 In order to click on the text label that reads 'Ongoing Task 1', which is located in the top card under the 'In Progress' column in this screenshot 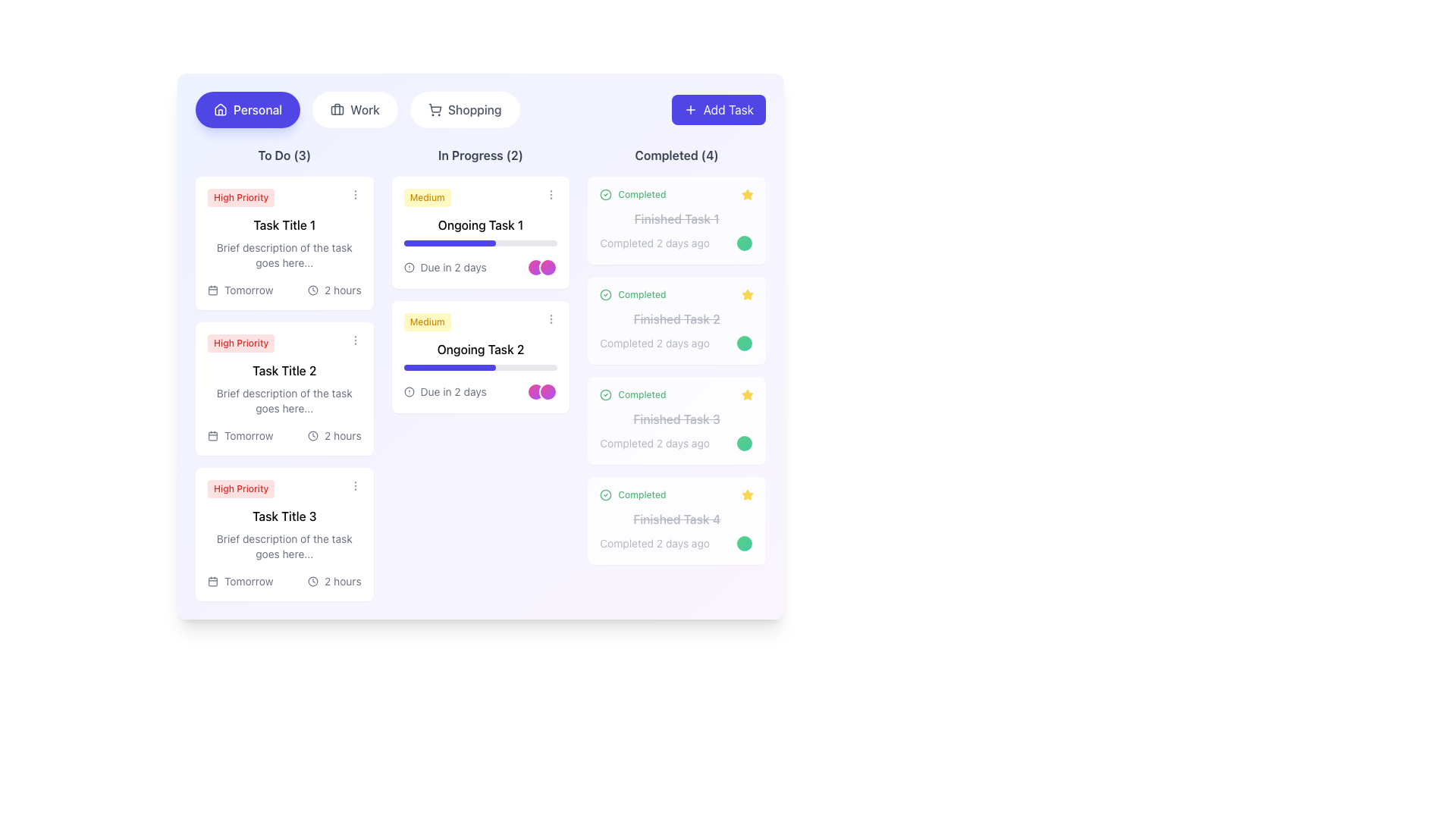, I will do `click(479, 225)`.